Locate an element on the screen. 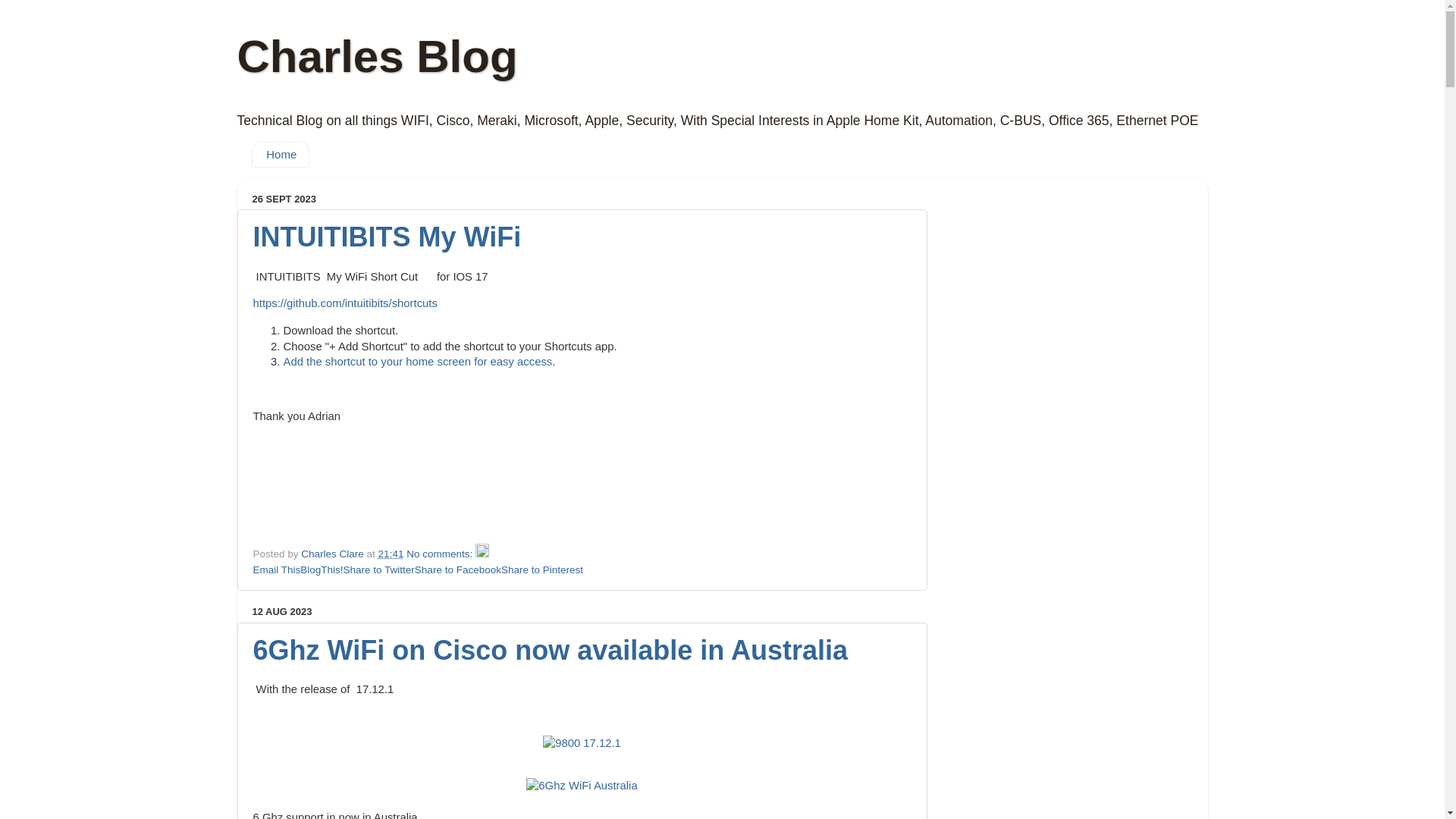 This screenshot has width=1456, height=819. 'Email This' is located at coordinates (277, 570).